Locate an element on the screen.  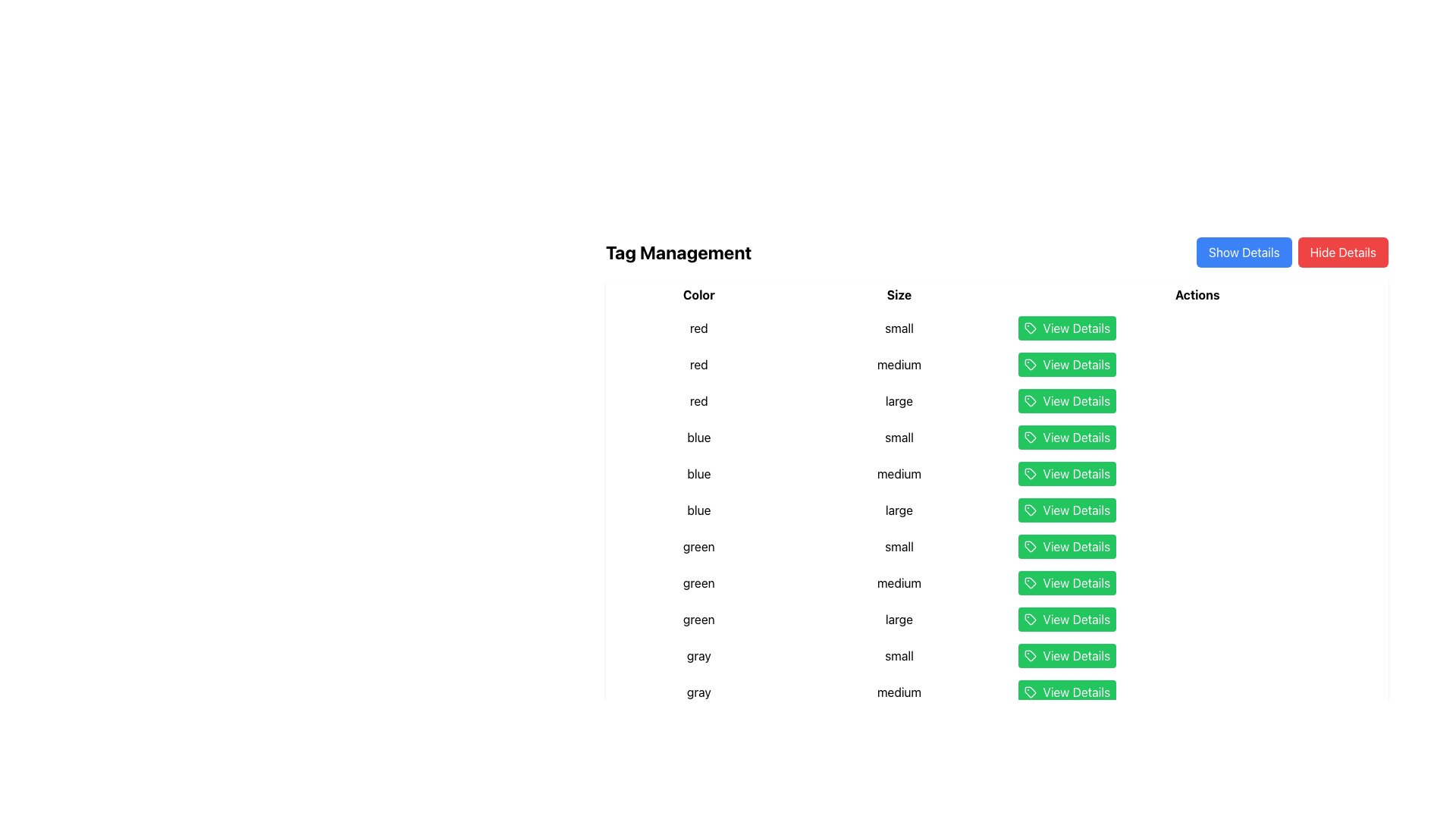
the 'View Details' button with a green background and white text located in the 'Actions' column of the table corresponding to the 'blue' color and 'small' size attributes is located at coordinates (1066, 438).